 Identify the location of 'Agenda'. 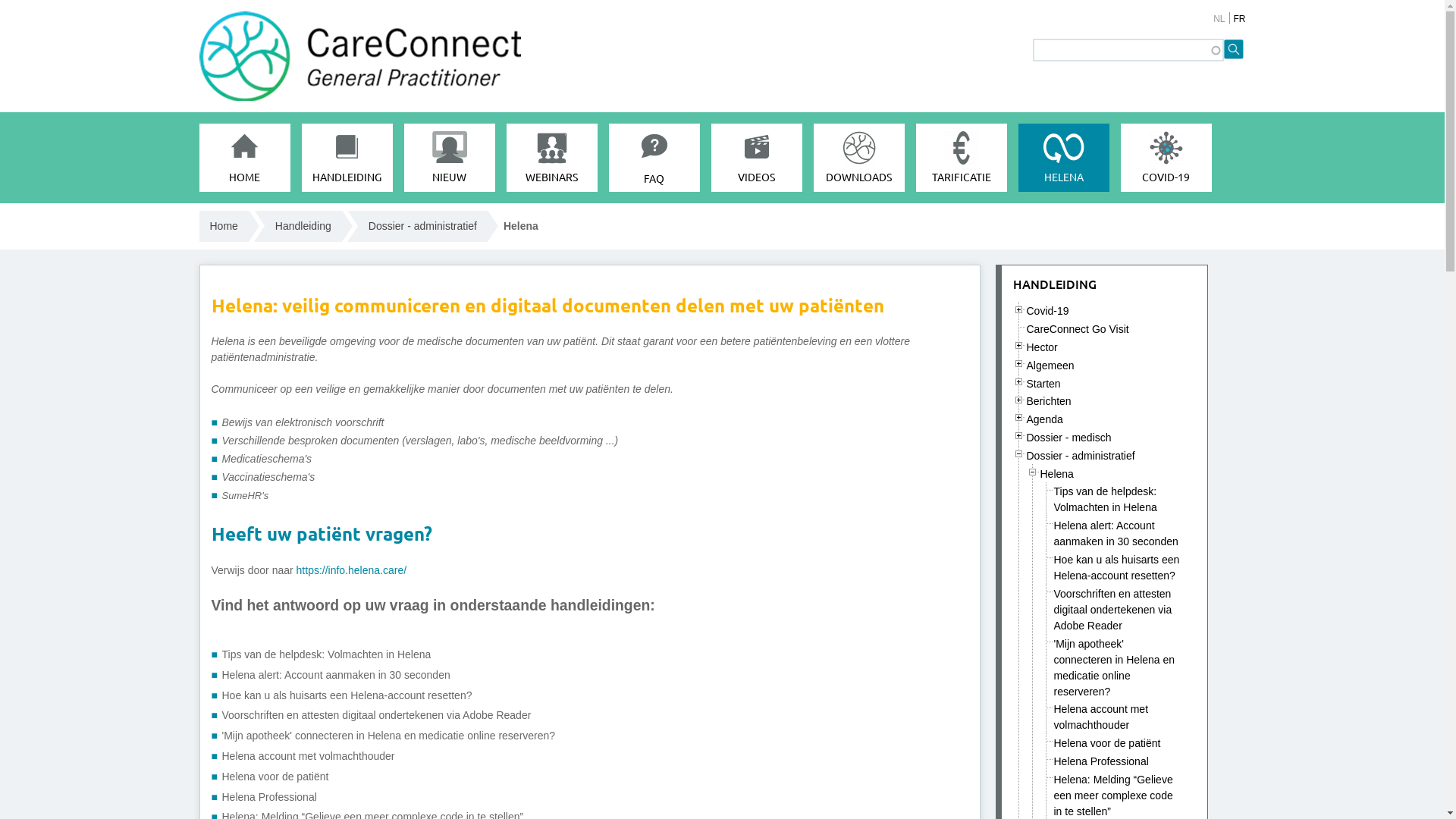
(1043, 419).